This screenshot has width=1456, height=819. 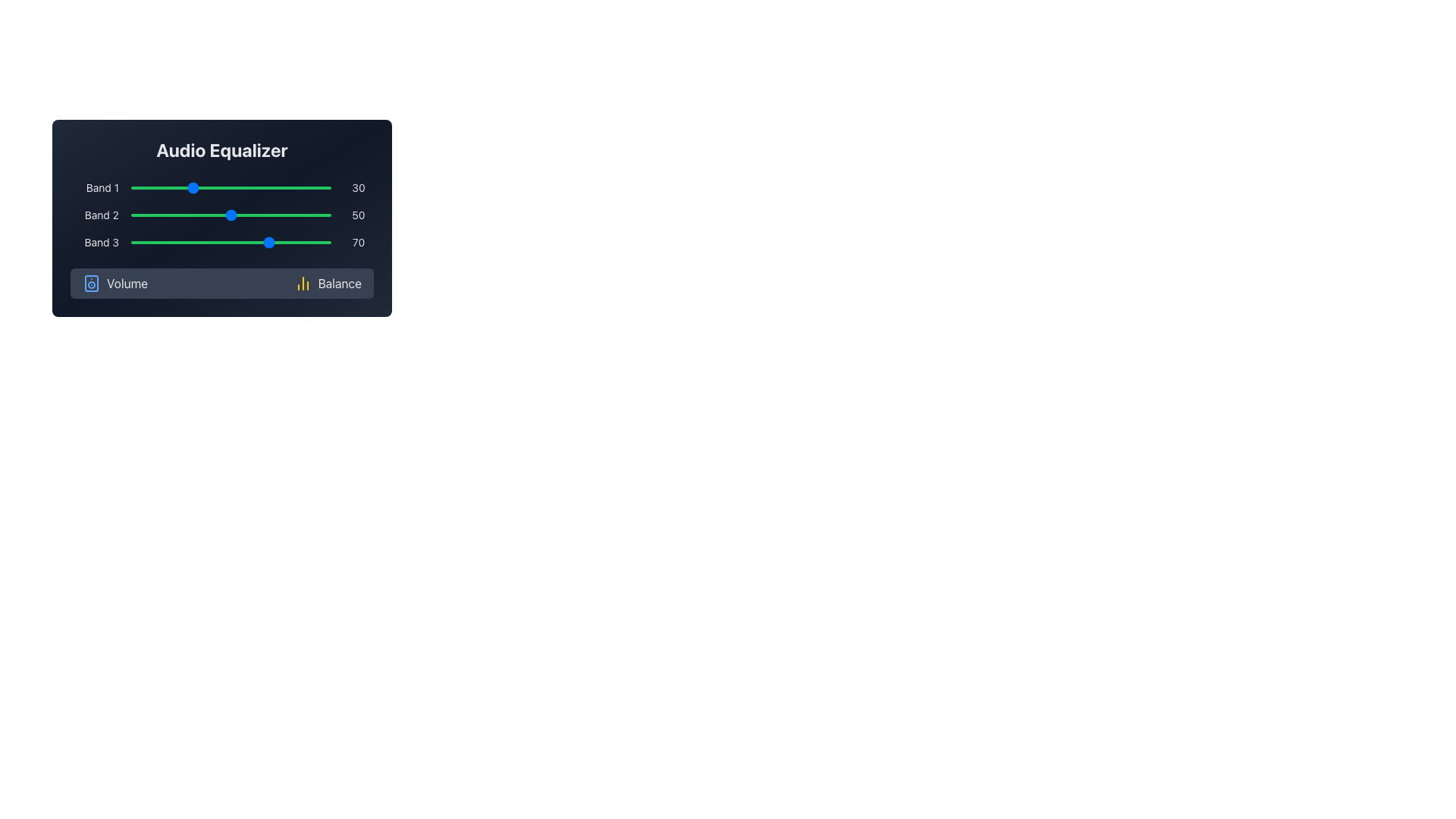 What do you see at coordinates (93, 215) in the screenshot?
I see `the static text label reading 'Band 2' located to the left of the slider in the audio equalizer interface` at bounding box center [93, 215].